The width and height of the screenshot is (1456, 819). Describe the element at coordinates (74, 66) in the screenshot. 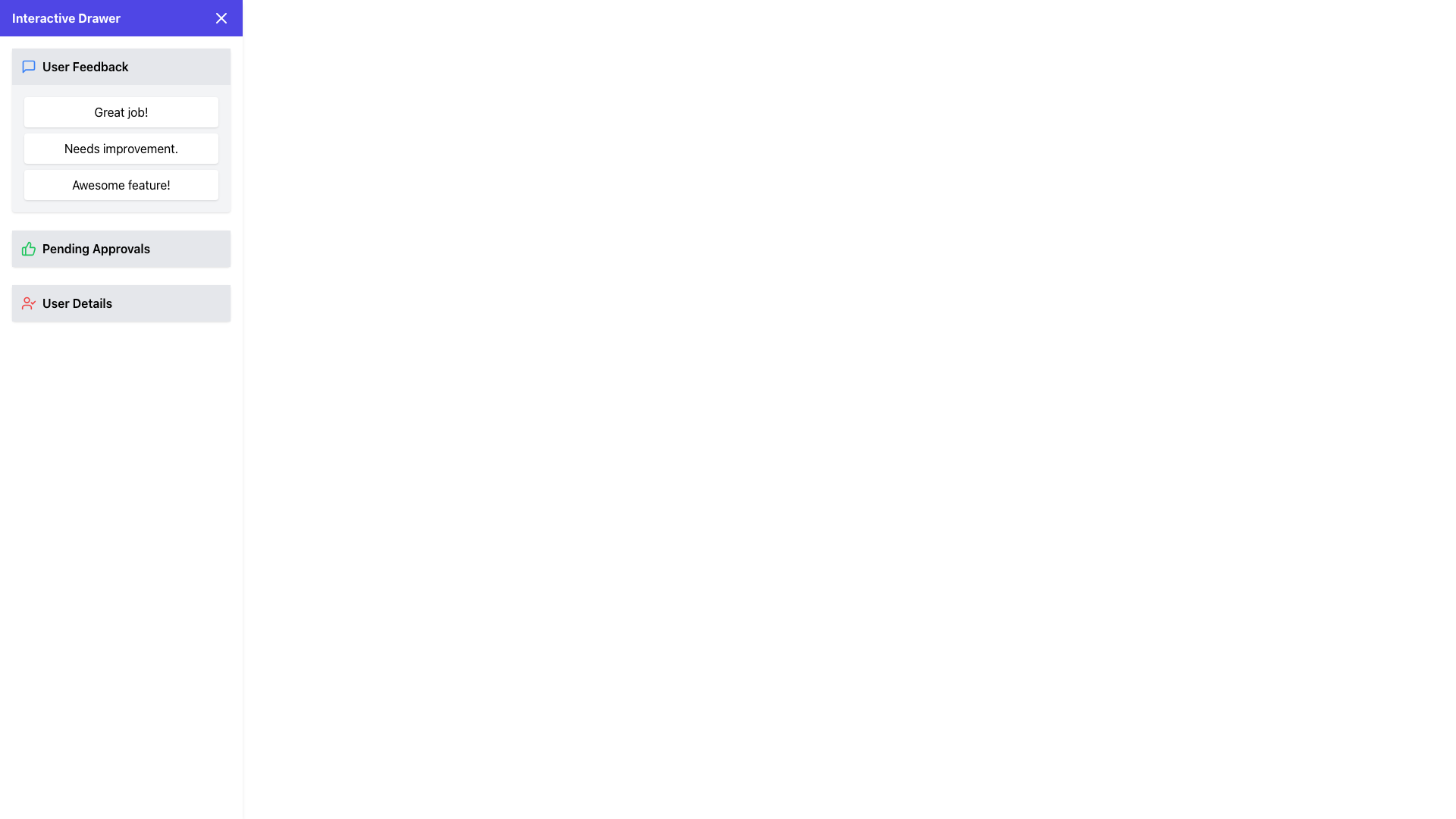

I see `the Menu item labeled section header related to user feedback` at that location.